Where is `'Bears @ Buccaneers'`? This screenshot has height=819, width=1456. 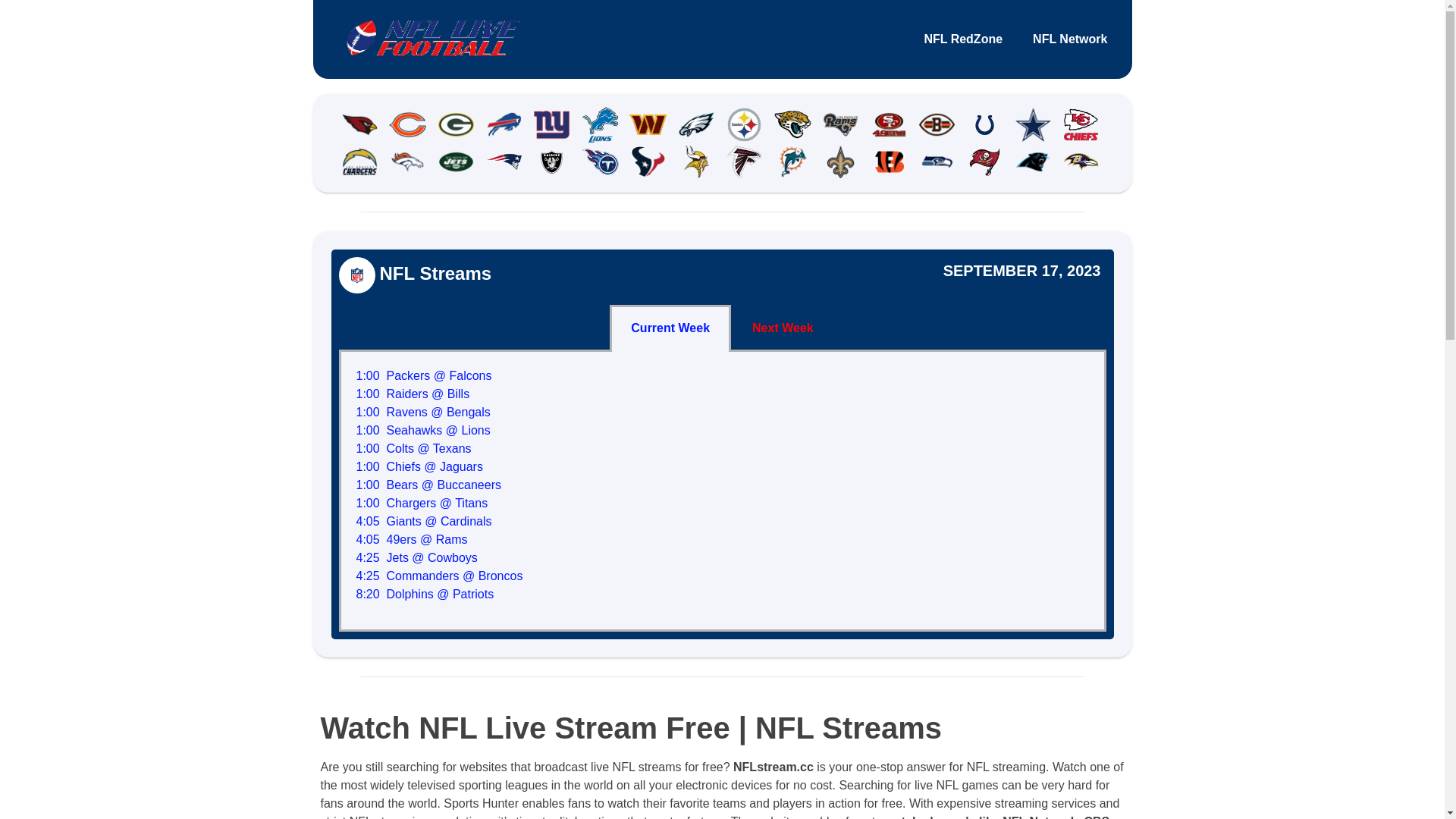
'Bears @ Buccaneers' is located at coordinates (386, 485).